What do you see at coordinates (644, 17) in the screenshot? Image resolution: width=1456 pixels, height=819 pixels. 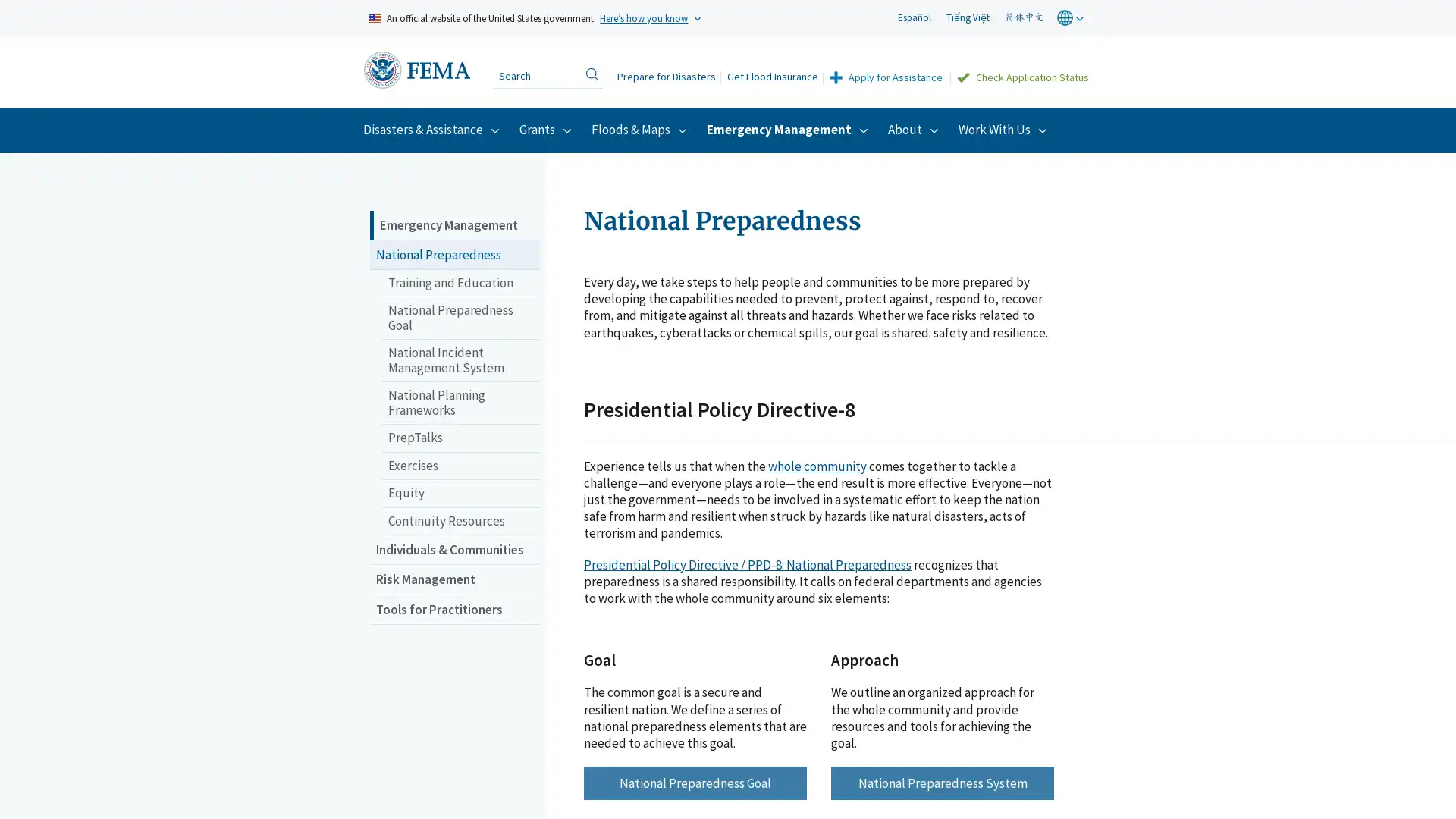 I see `Heres how you know` at bounding box center [644, 17].